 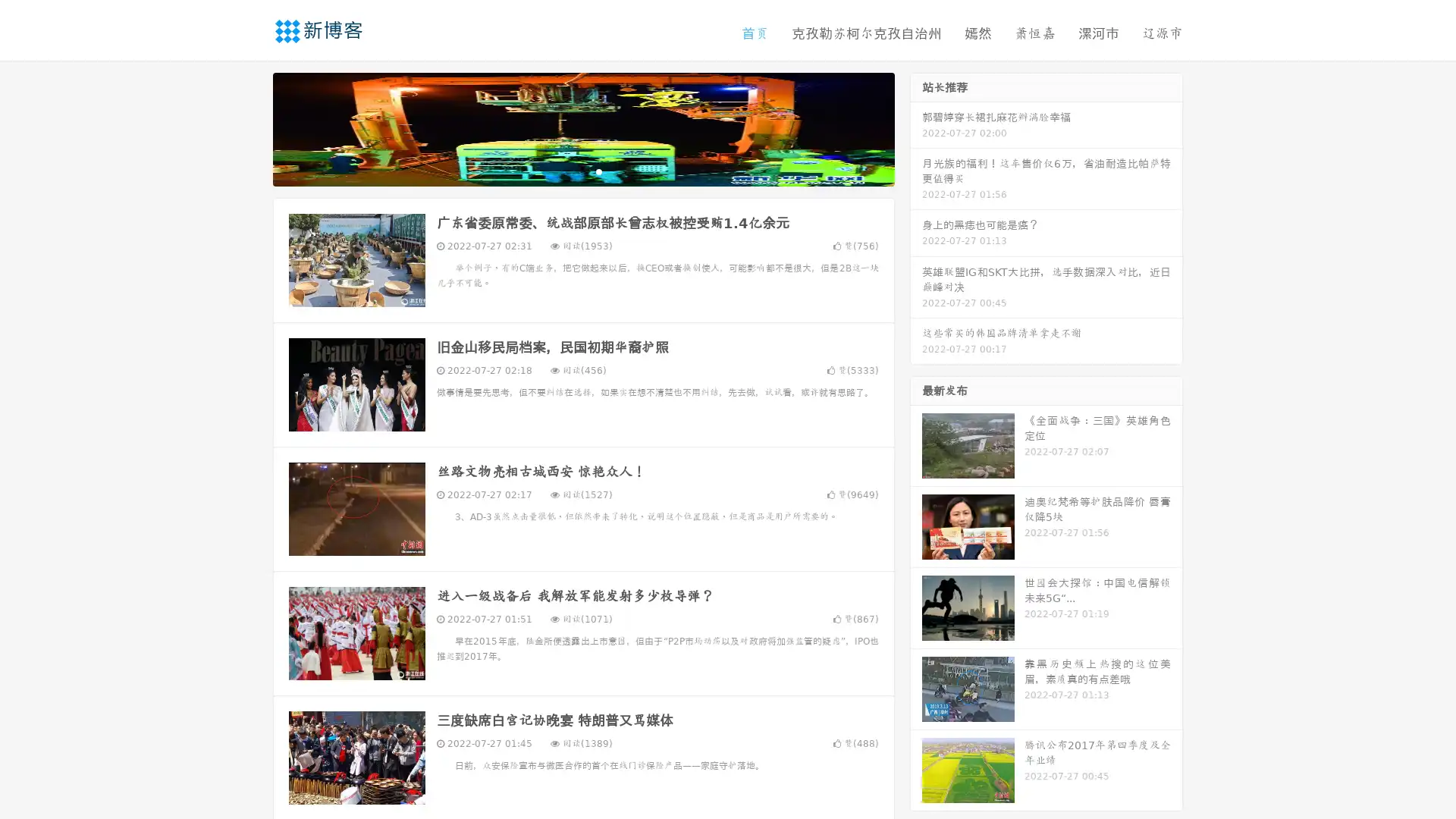 What do you see at coordinates (250, 127) in the screenshot?
I see `Previous slide` at bounding box center [250, 127].